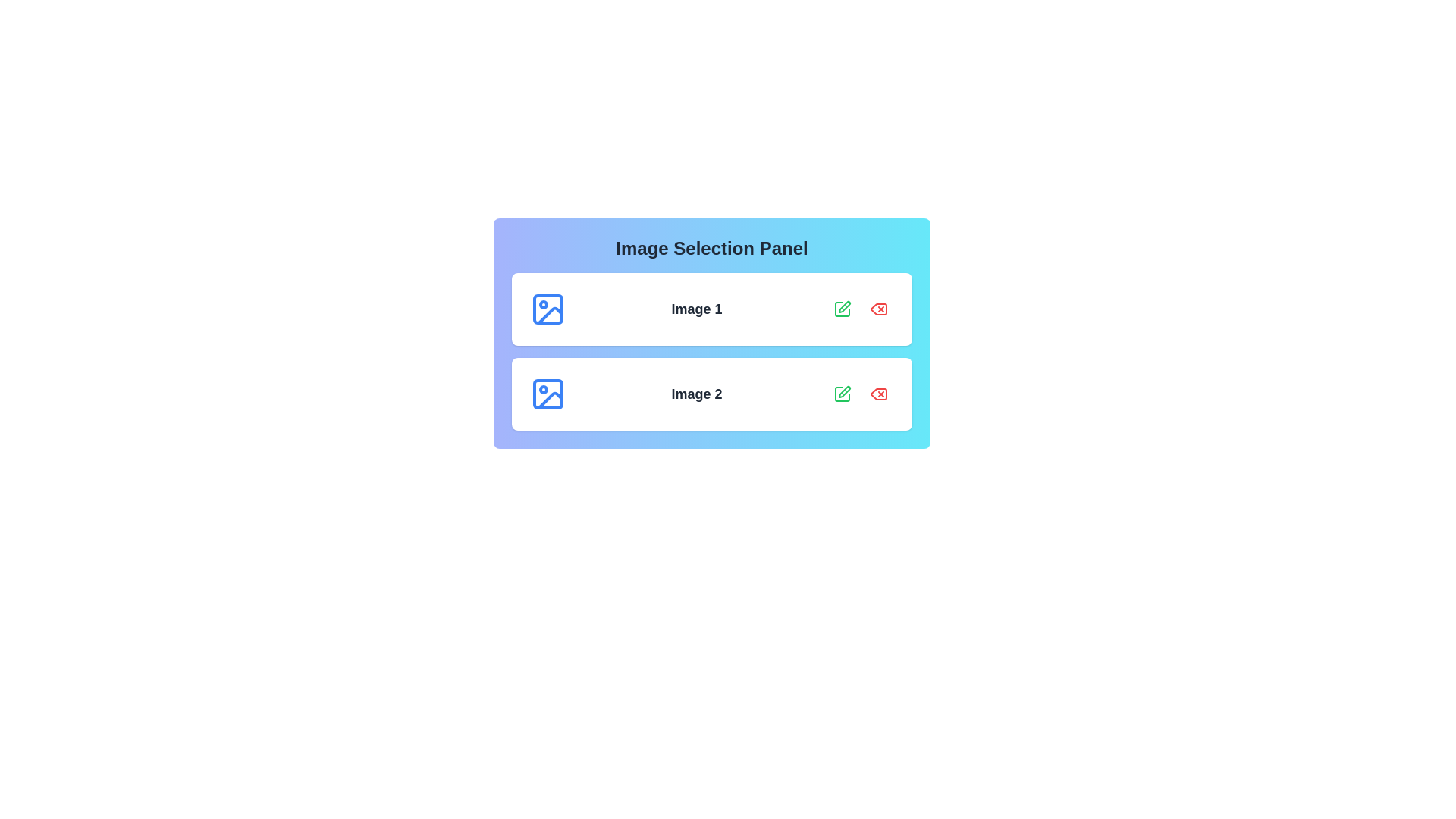 Image resolution: width=1456 pixels, height=819 pixels. I want to click on the 'Edit' button located in the top row of the image items list to observe the hover effect, so click(841, 309).